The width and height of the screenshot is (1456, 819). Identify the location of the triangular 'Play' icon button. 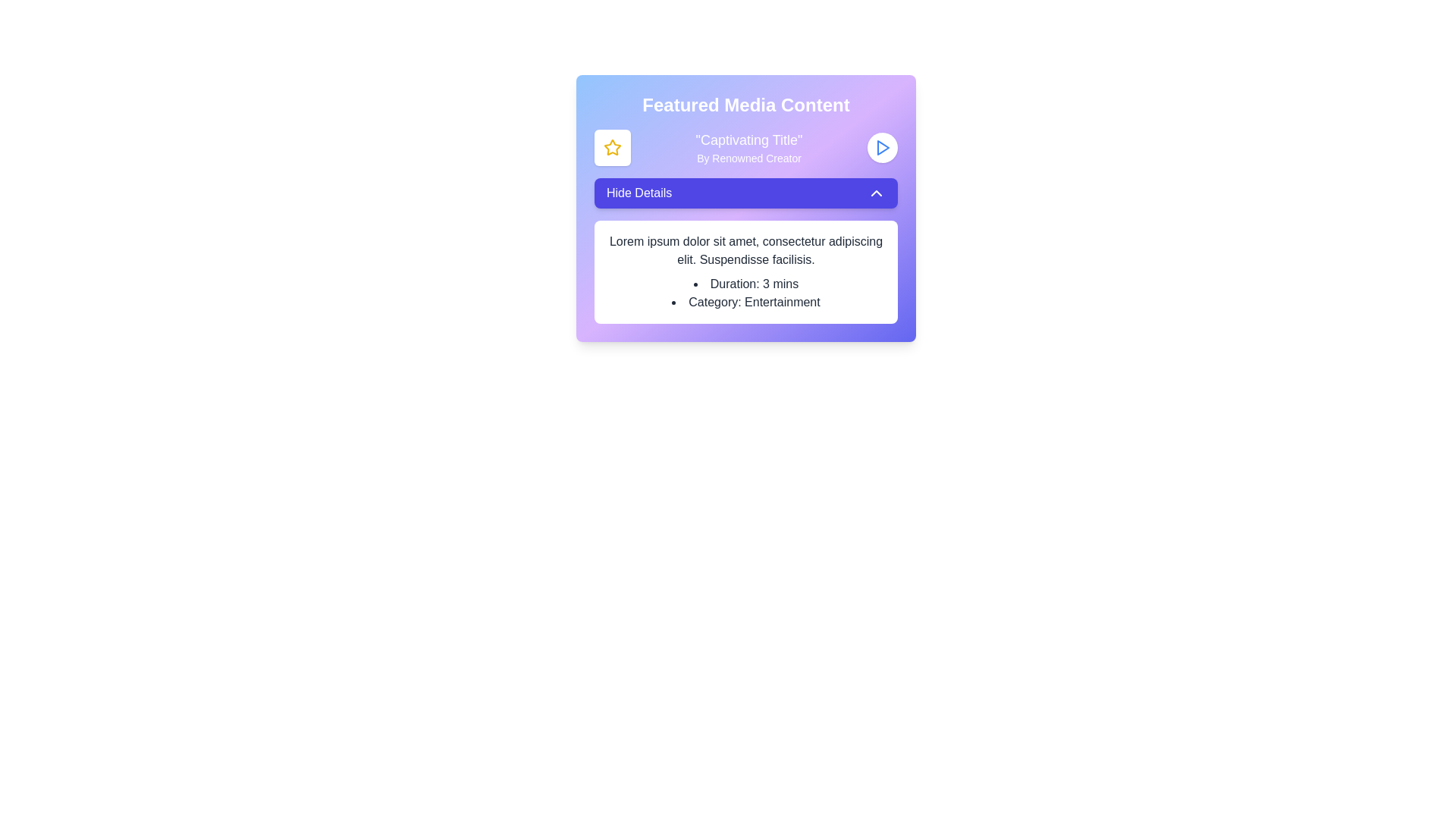
(883, 148).